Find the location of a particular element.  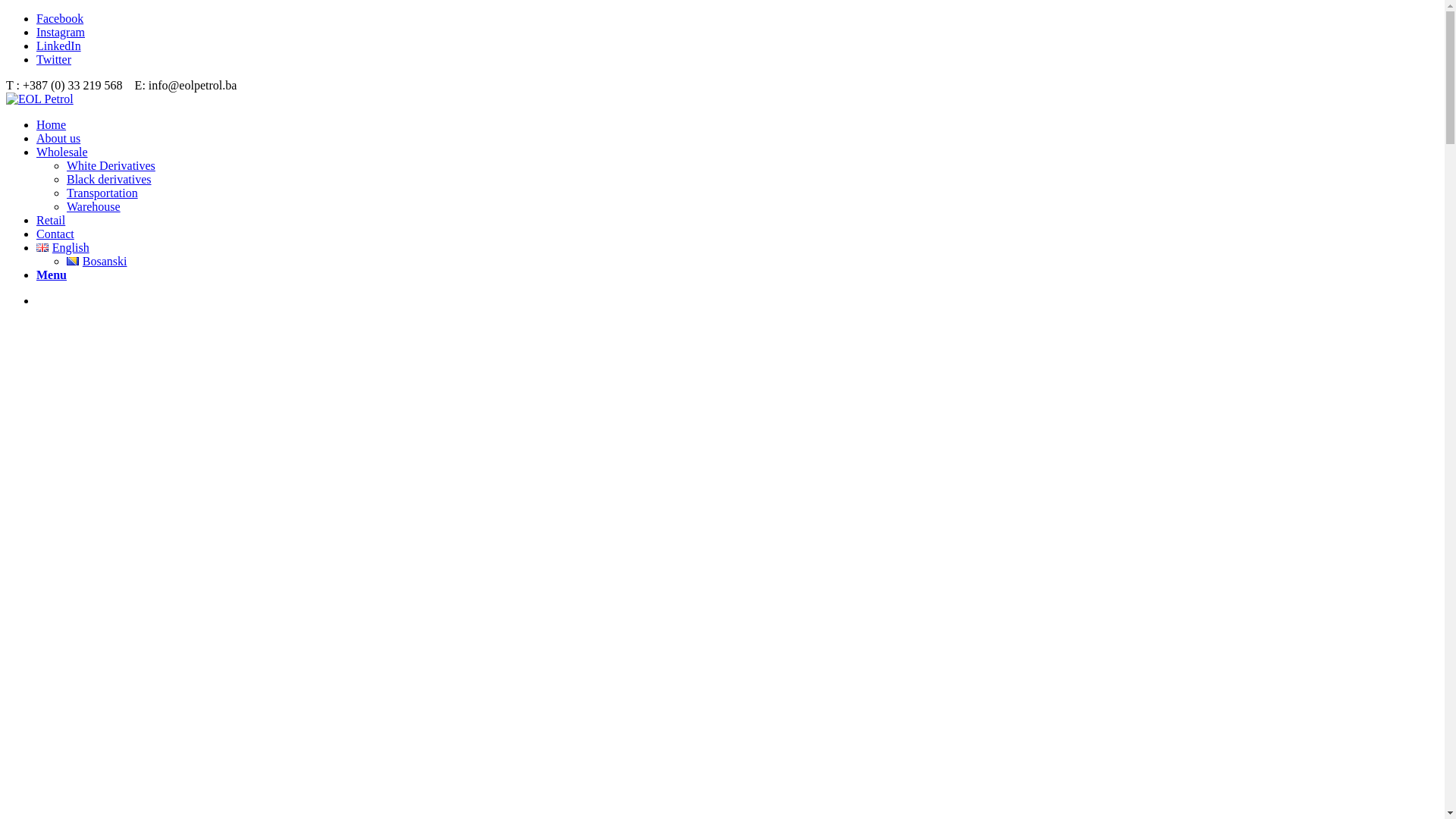

'Instagram' is located at coordinates (61, 32).